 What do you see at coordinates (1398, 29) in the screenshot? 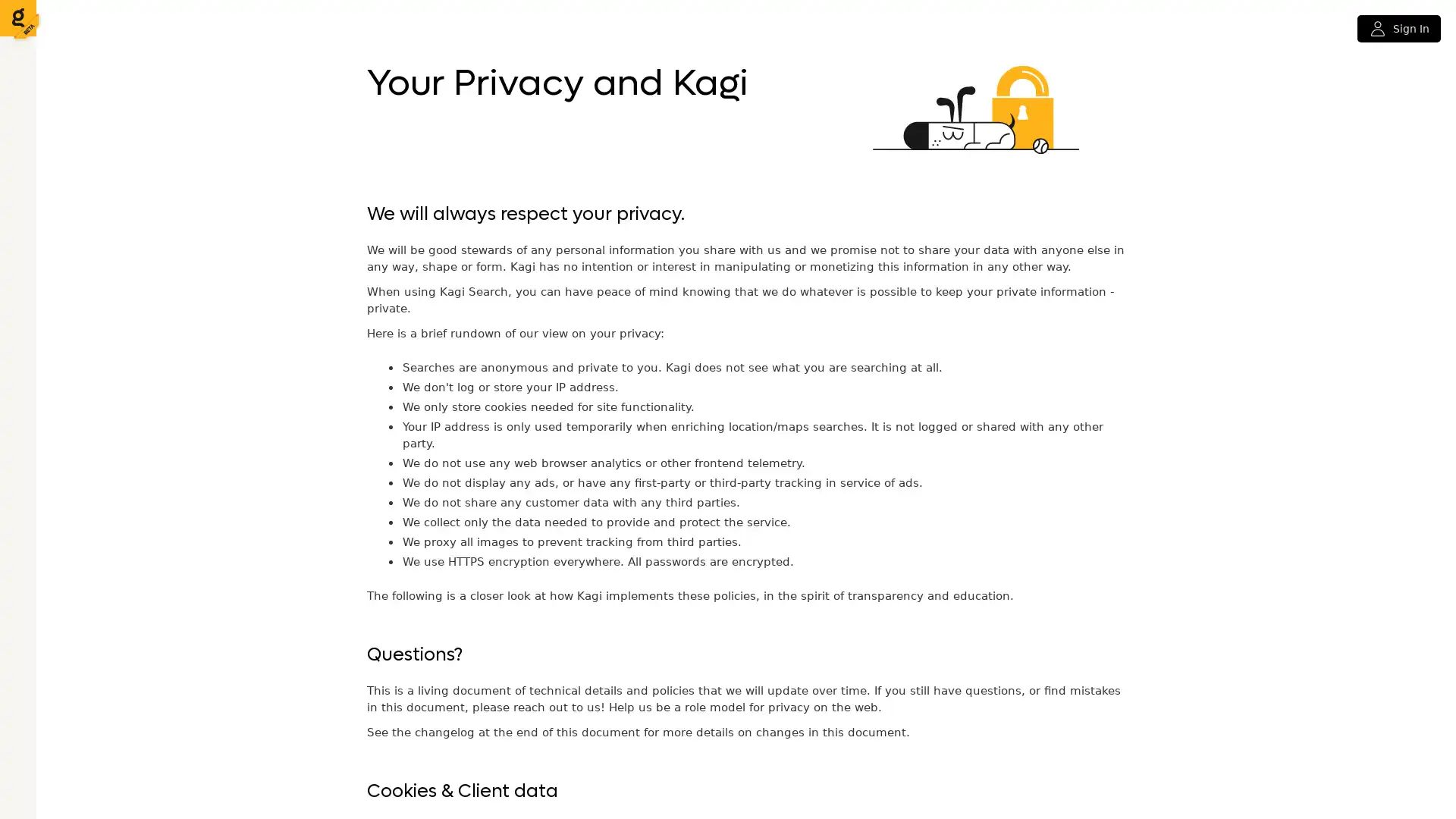
I see `Sign In` at bounding box center [1398, 29].